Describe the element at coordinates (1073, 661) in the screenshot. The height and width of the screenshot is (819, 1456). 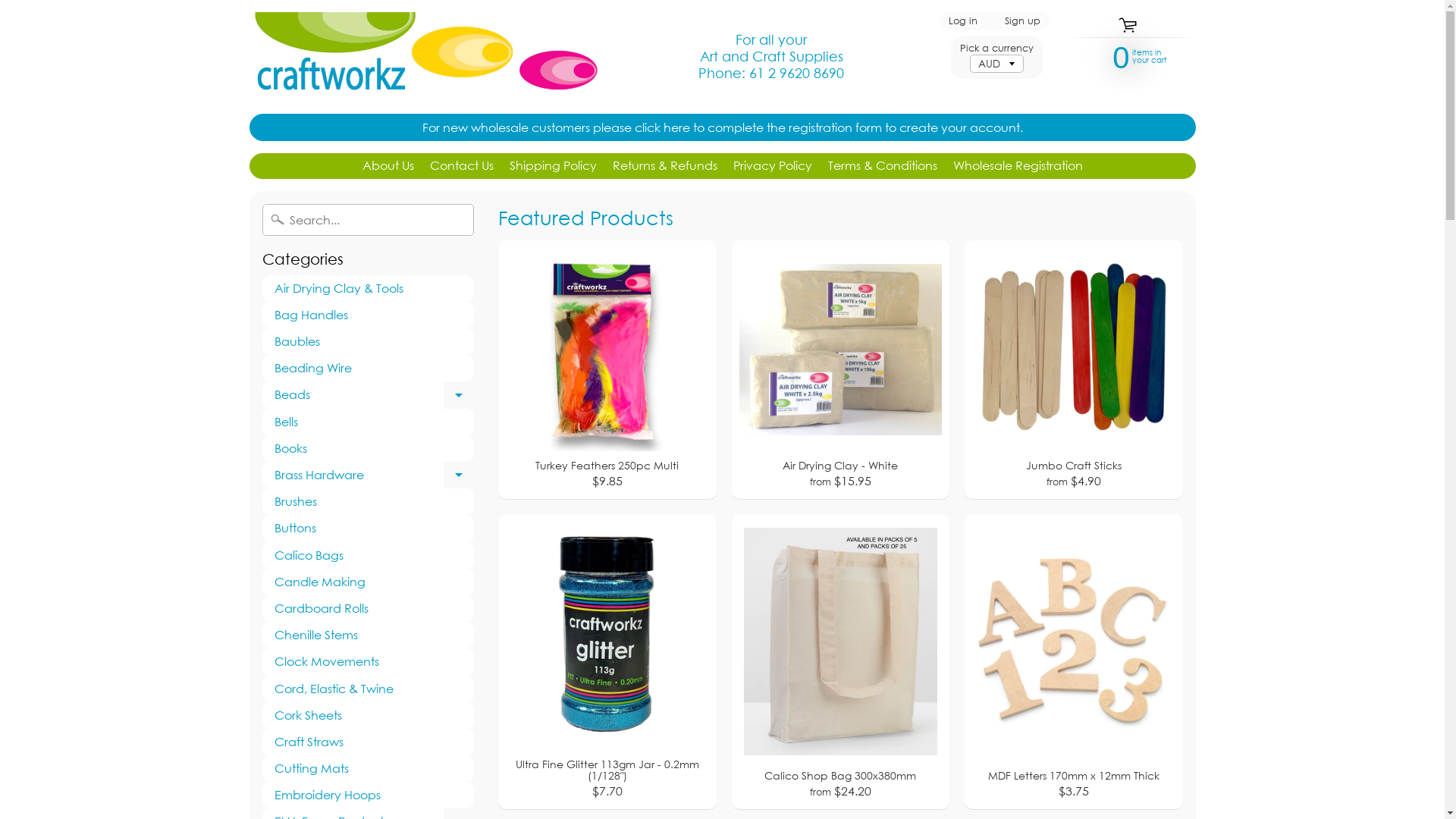
I see `'MDF Letters 170mm x 12mm Thick` at that location.